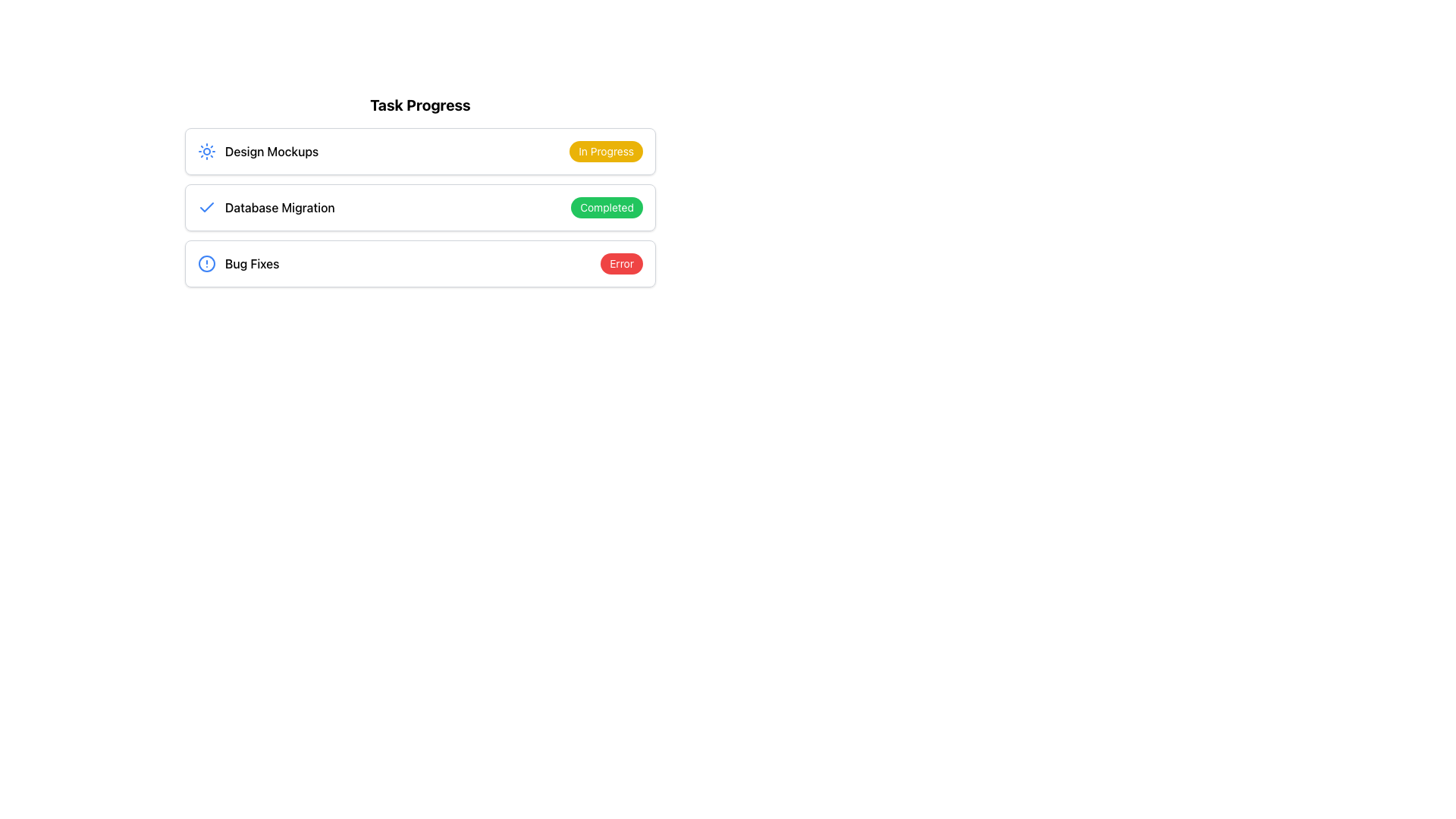 This screenshot has height=819, width=1456. What do you see at coordinates (271, 152) in the screenshot?
I see `the 'Design Mockups' text label in the Task Progress section` at bounding box center [271, 152].